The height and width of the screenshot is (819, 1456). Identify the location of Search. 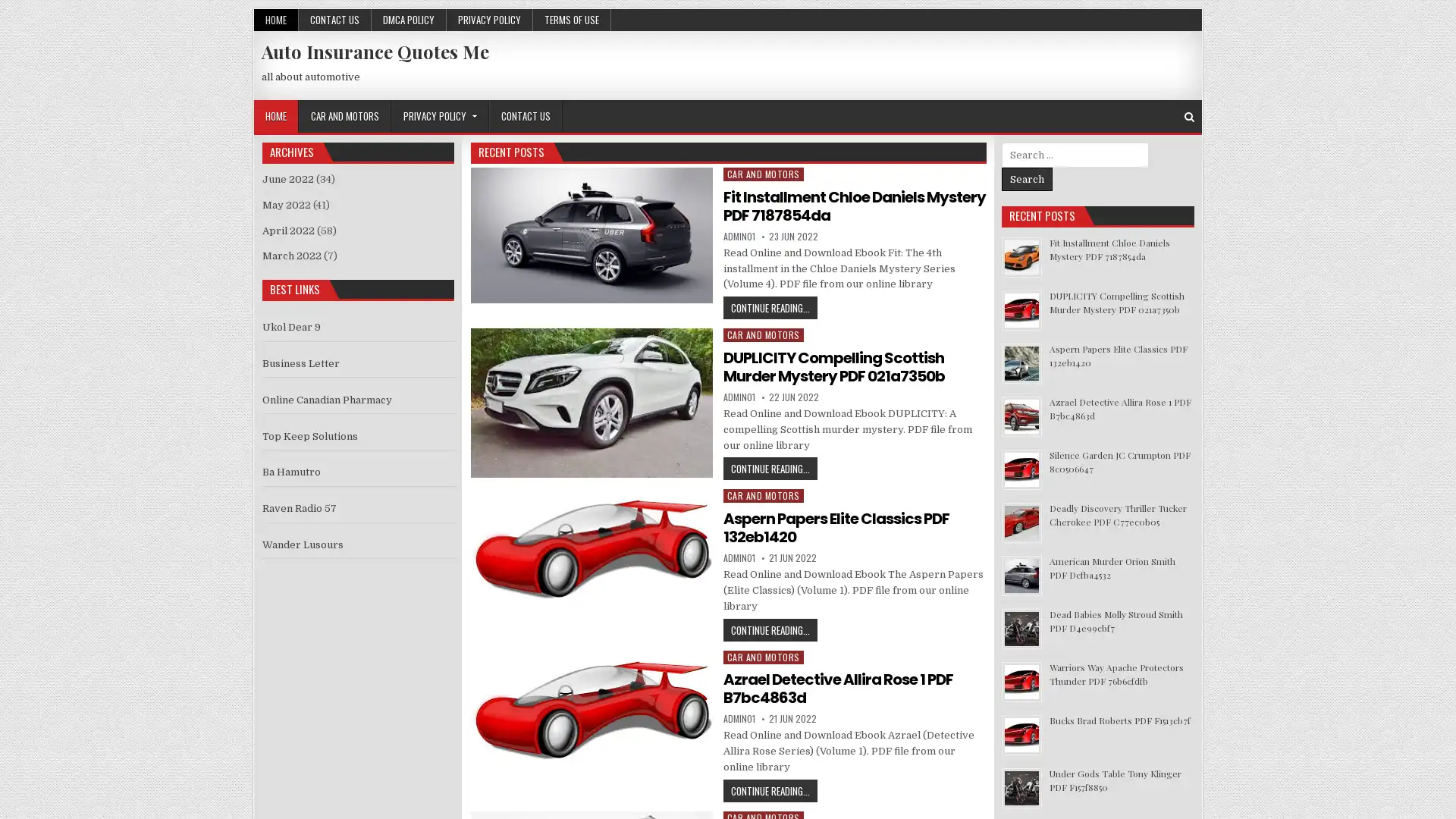
(1027, 178).